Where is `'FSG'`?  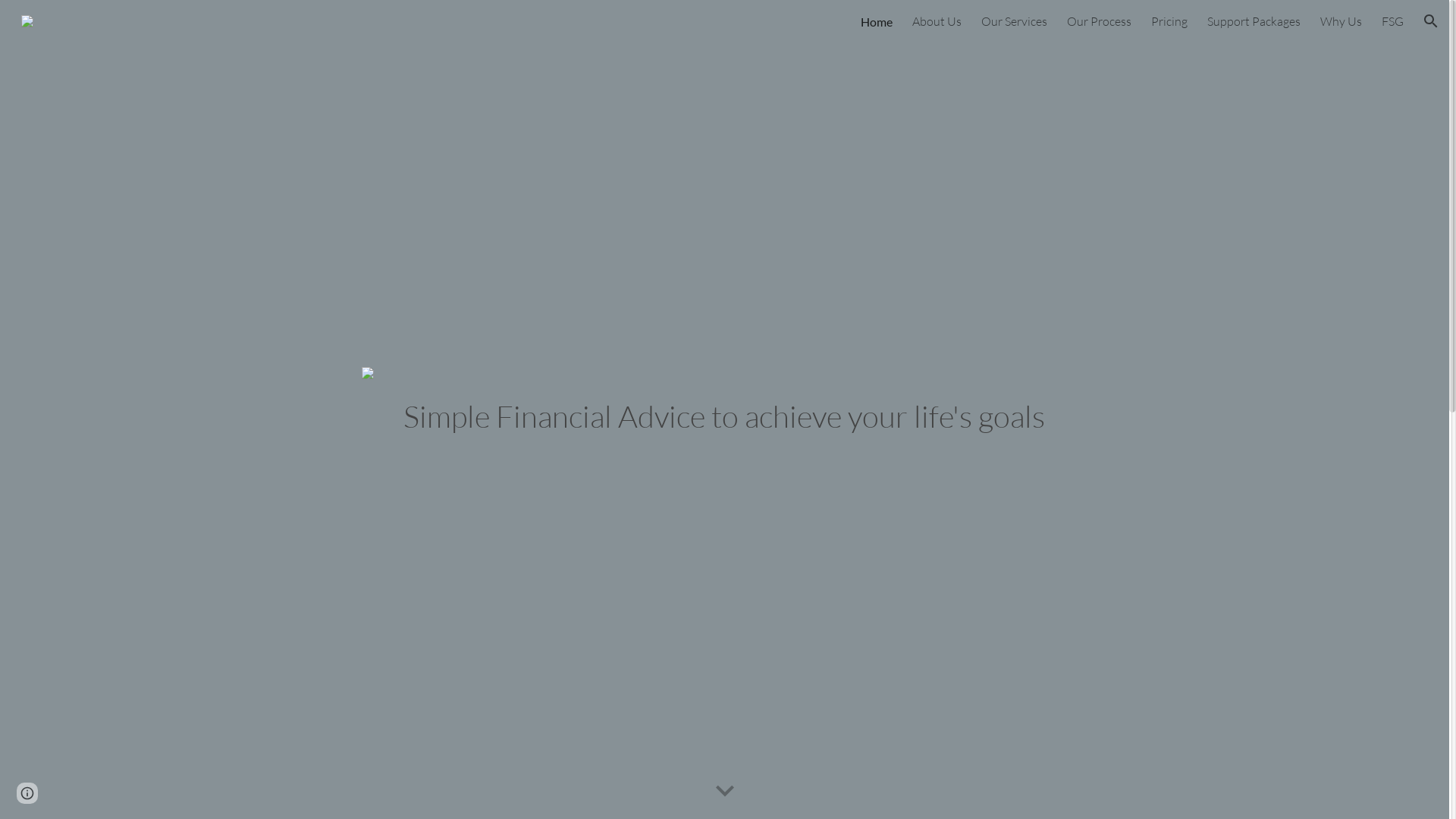 'FSG' is located at coordinates (1382, 20).